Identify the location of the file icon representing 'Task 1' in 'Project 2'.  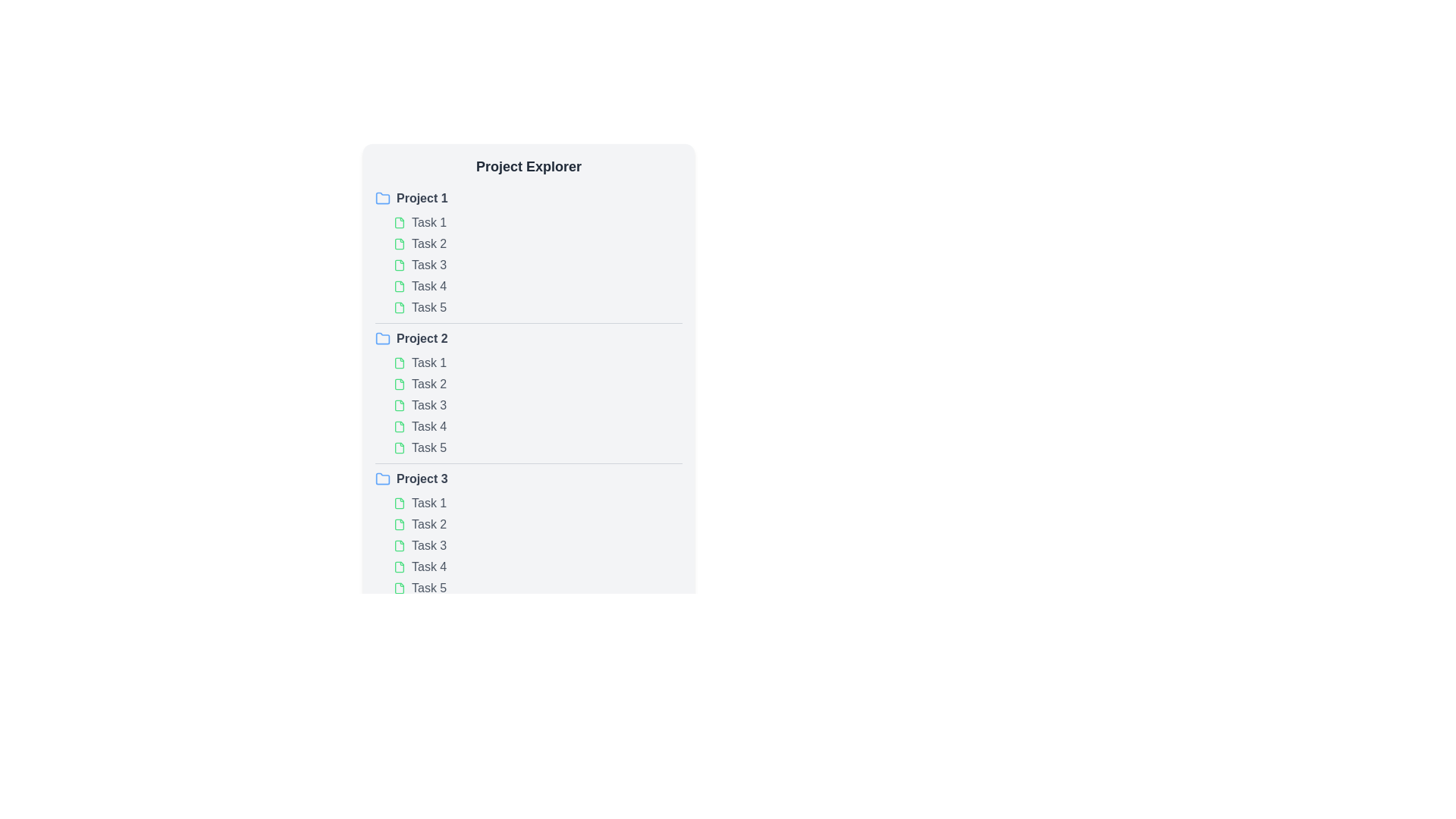
(400, 362).